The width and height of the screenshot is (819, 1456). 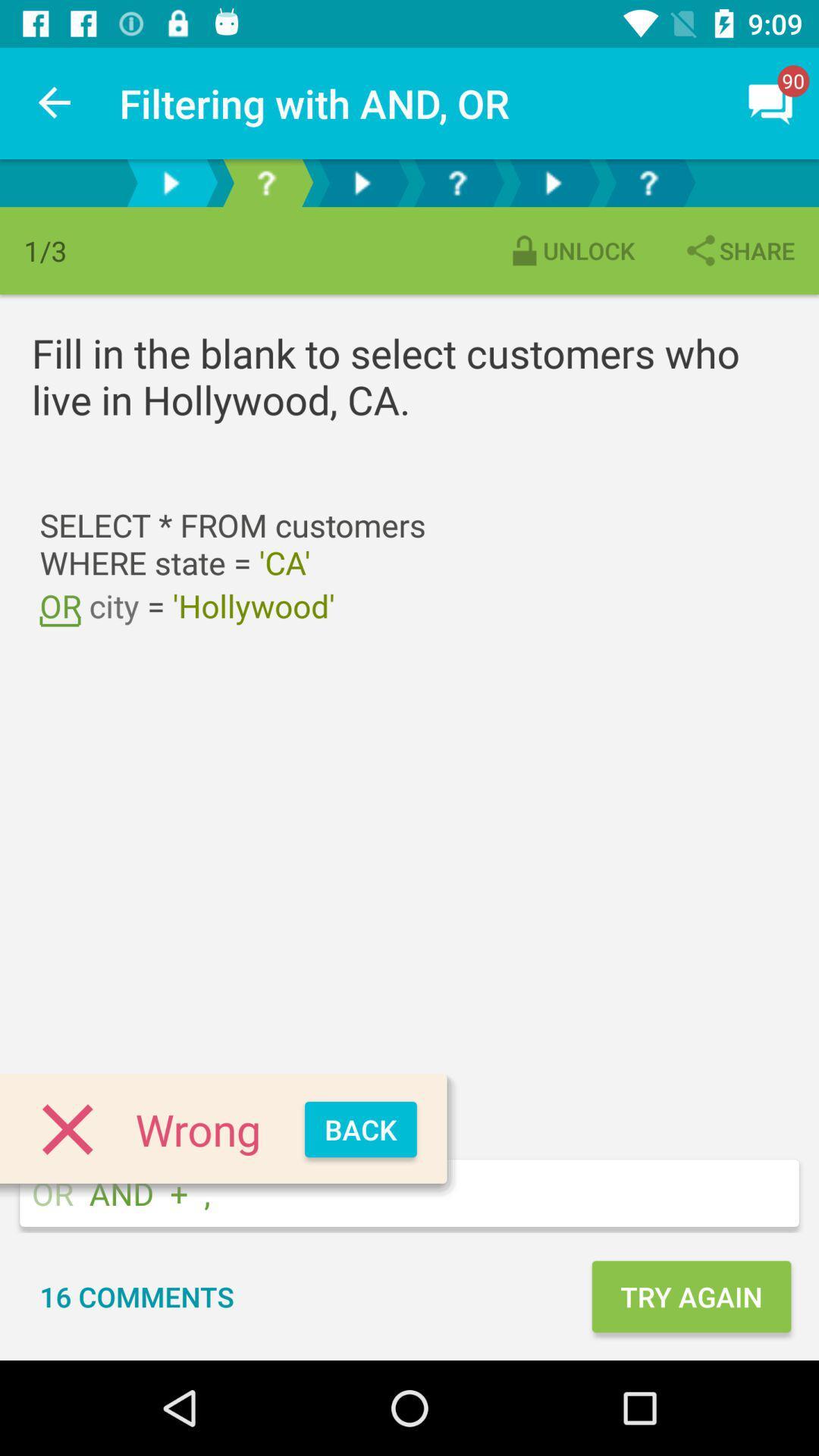 I want to click on page 4, so click(x=456, y=182).